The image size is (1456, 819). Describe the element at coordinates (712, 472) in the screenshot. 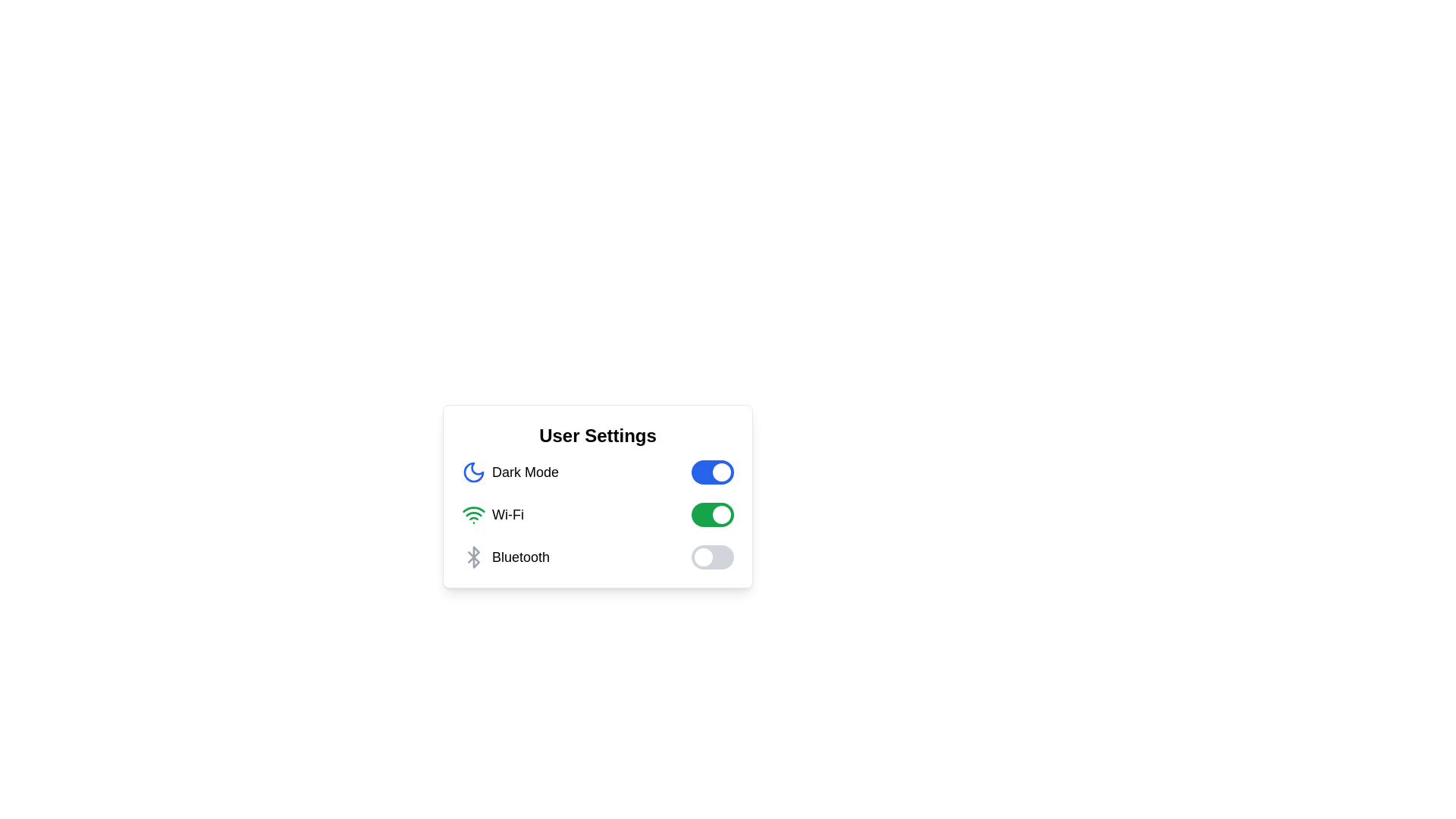

I see `the toggle handle of the 'Dark Mode' switch located at the rightmost part of the row` at that location.